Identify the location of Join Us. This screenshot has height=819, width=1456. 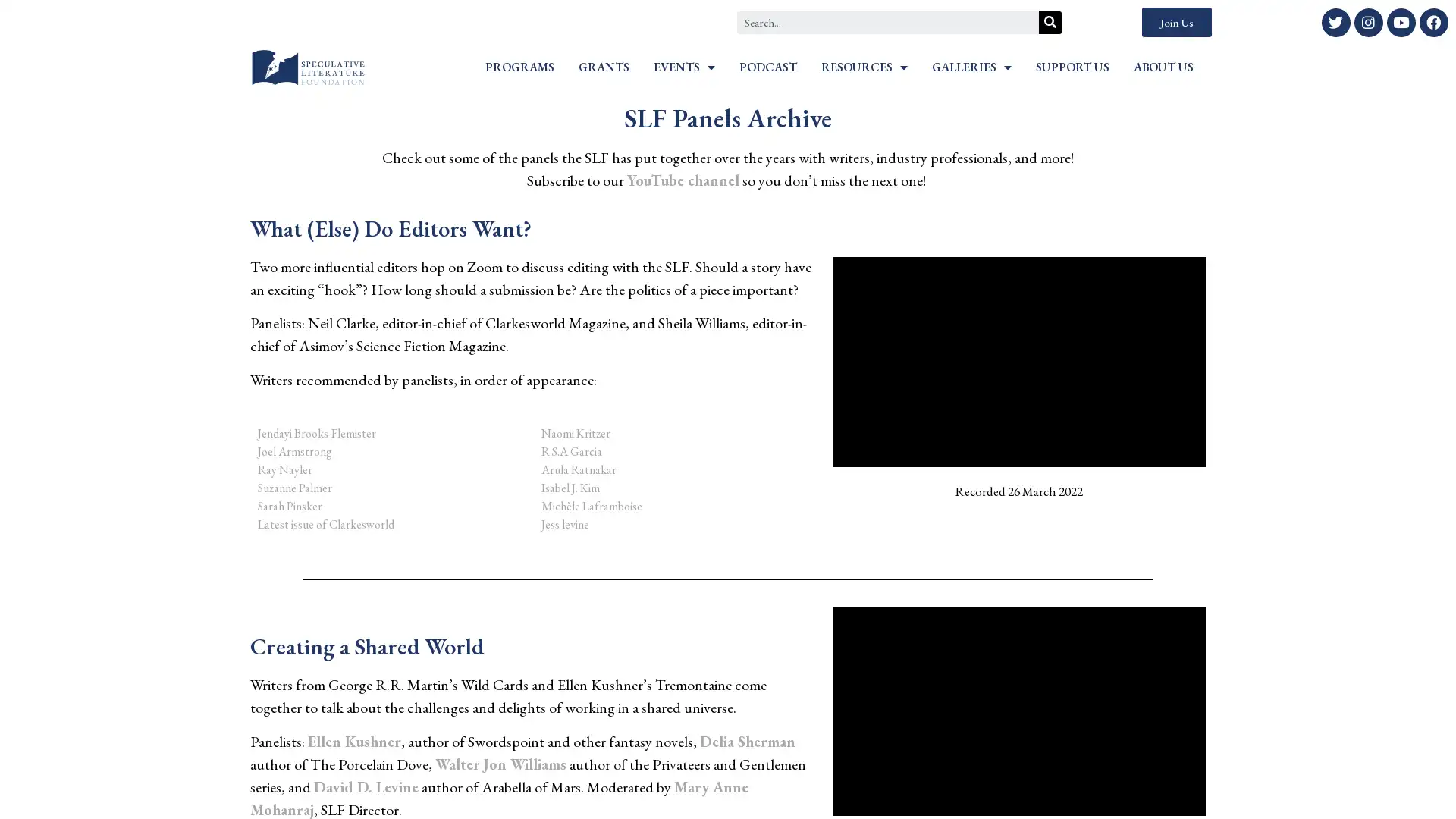
(1175, 22).